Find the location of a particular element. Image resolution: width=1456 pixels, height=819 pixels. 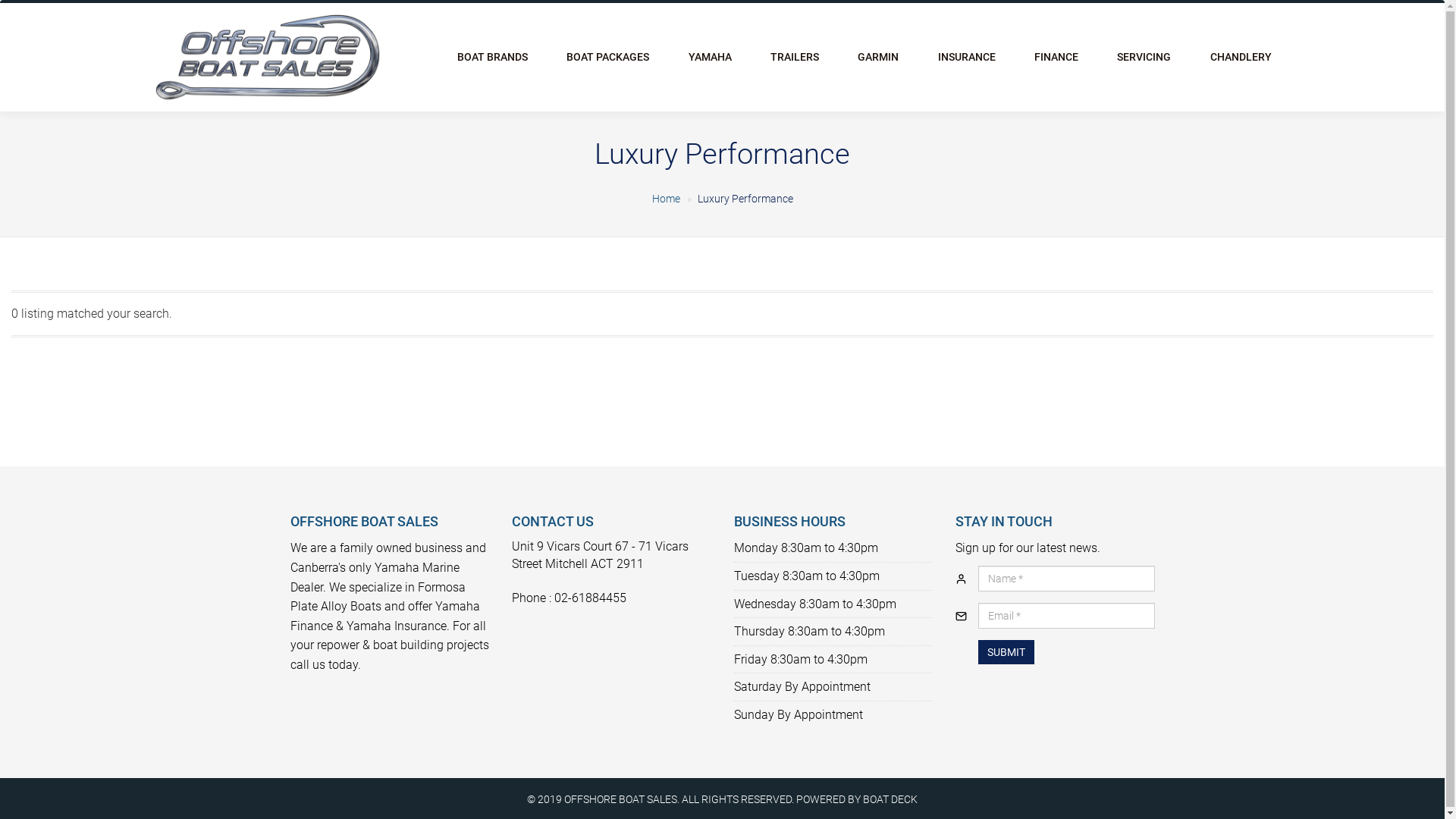

'BOAT DECK' is located at coordinates (890, 798).